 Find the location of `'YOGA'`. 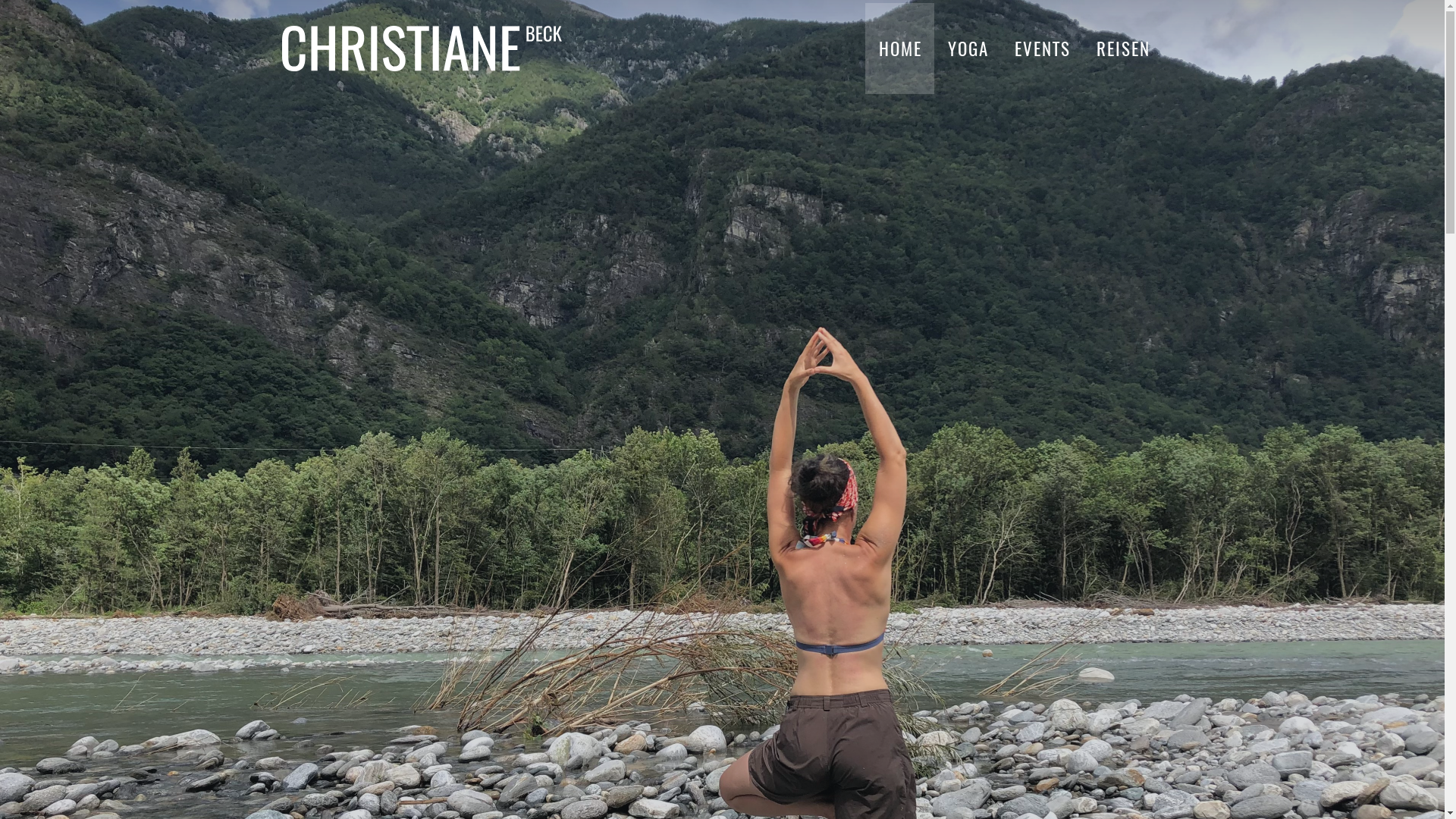

'YOGA' is located at coordinates (967, 48).